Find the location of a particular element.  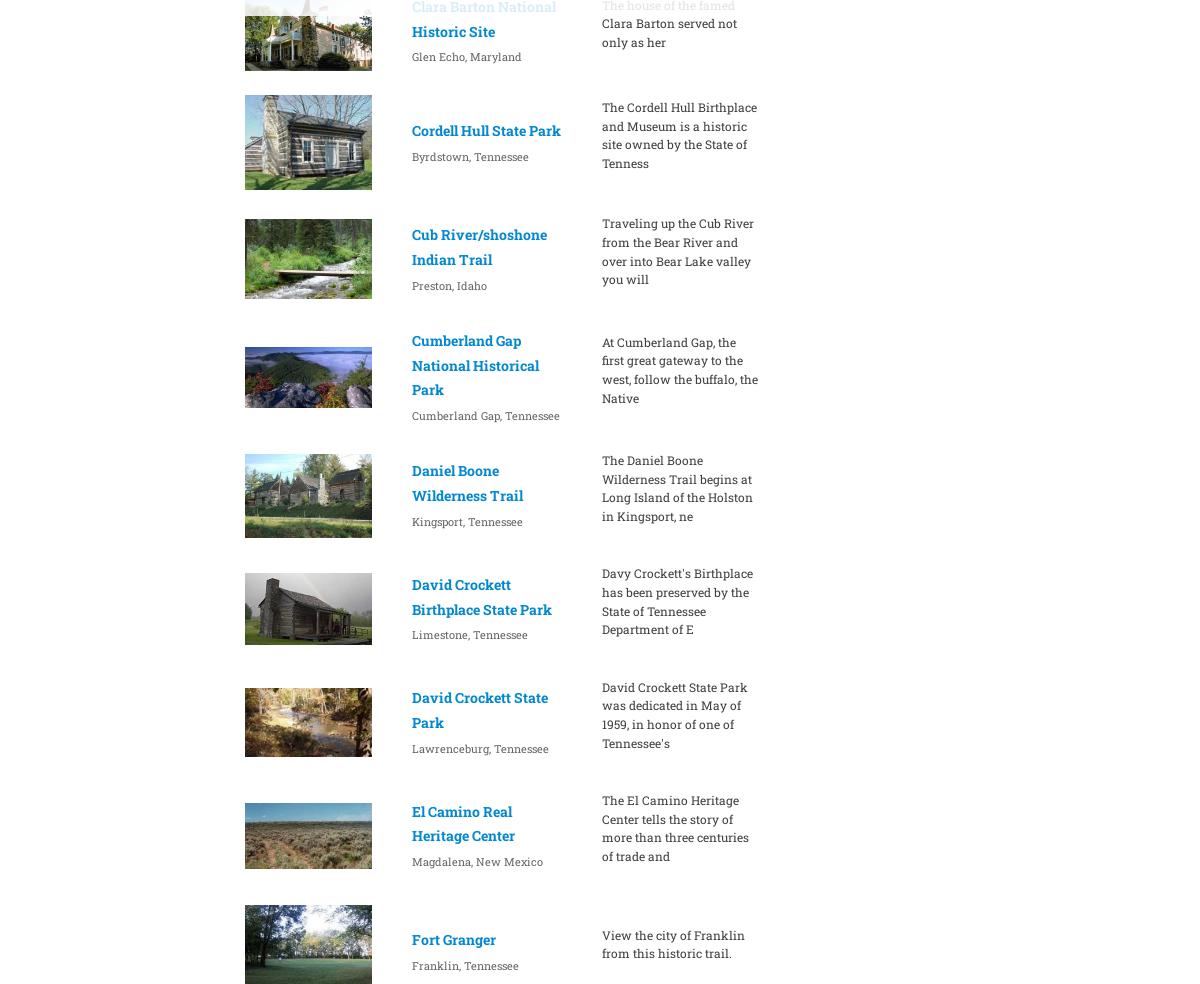

'The El Camino Heritage Center tells the story of more than three centuries of trade and' is located at coordinates (674, 826).